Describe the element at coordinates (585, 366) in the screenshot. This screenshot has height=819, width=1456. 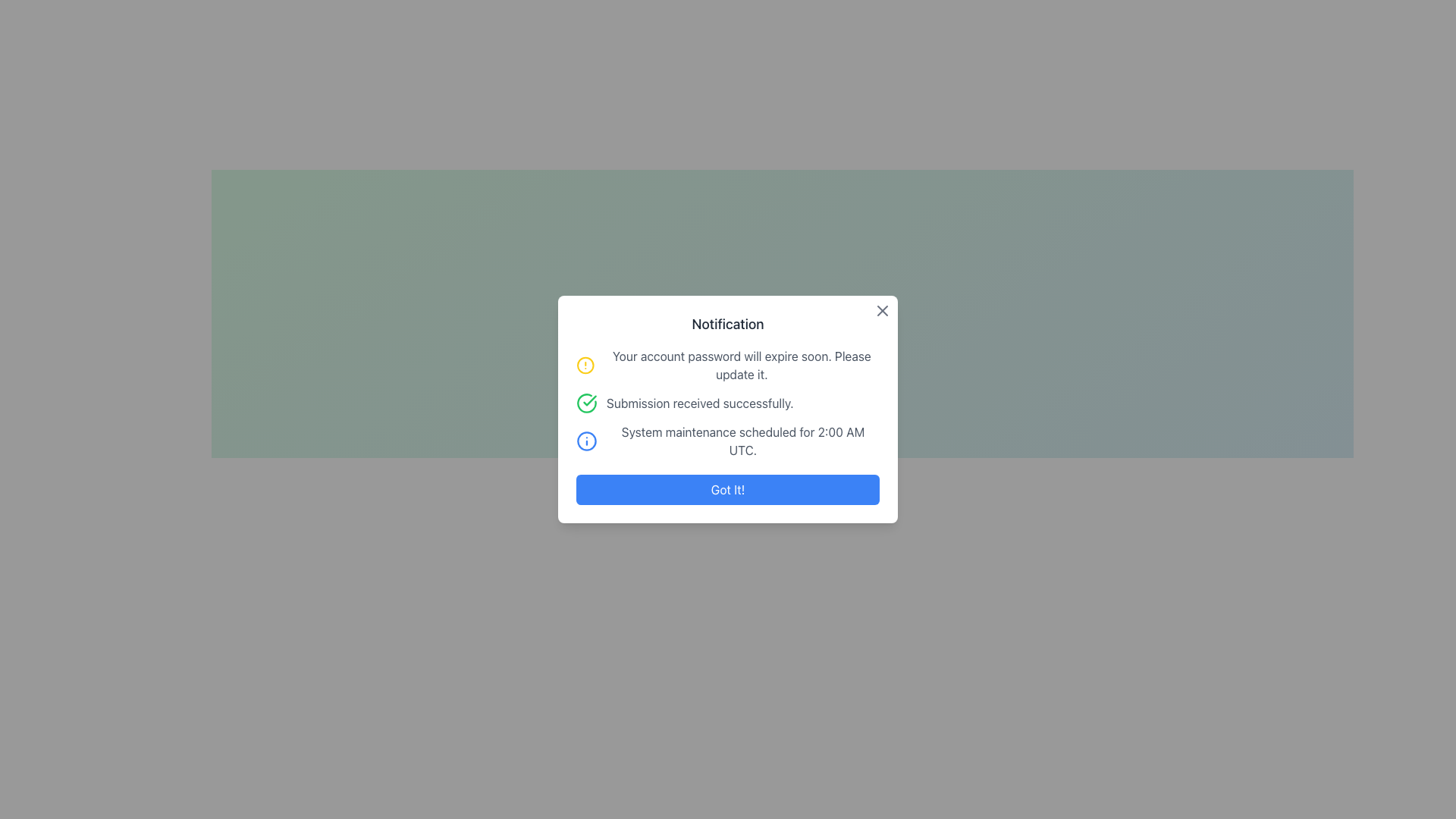
I see `the circular alert icon with a yellow outline located to the left of the message 'Your account password will expire soon.'` at that location.